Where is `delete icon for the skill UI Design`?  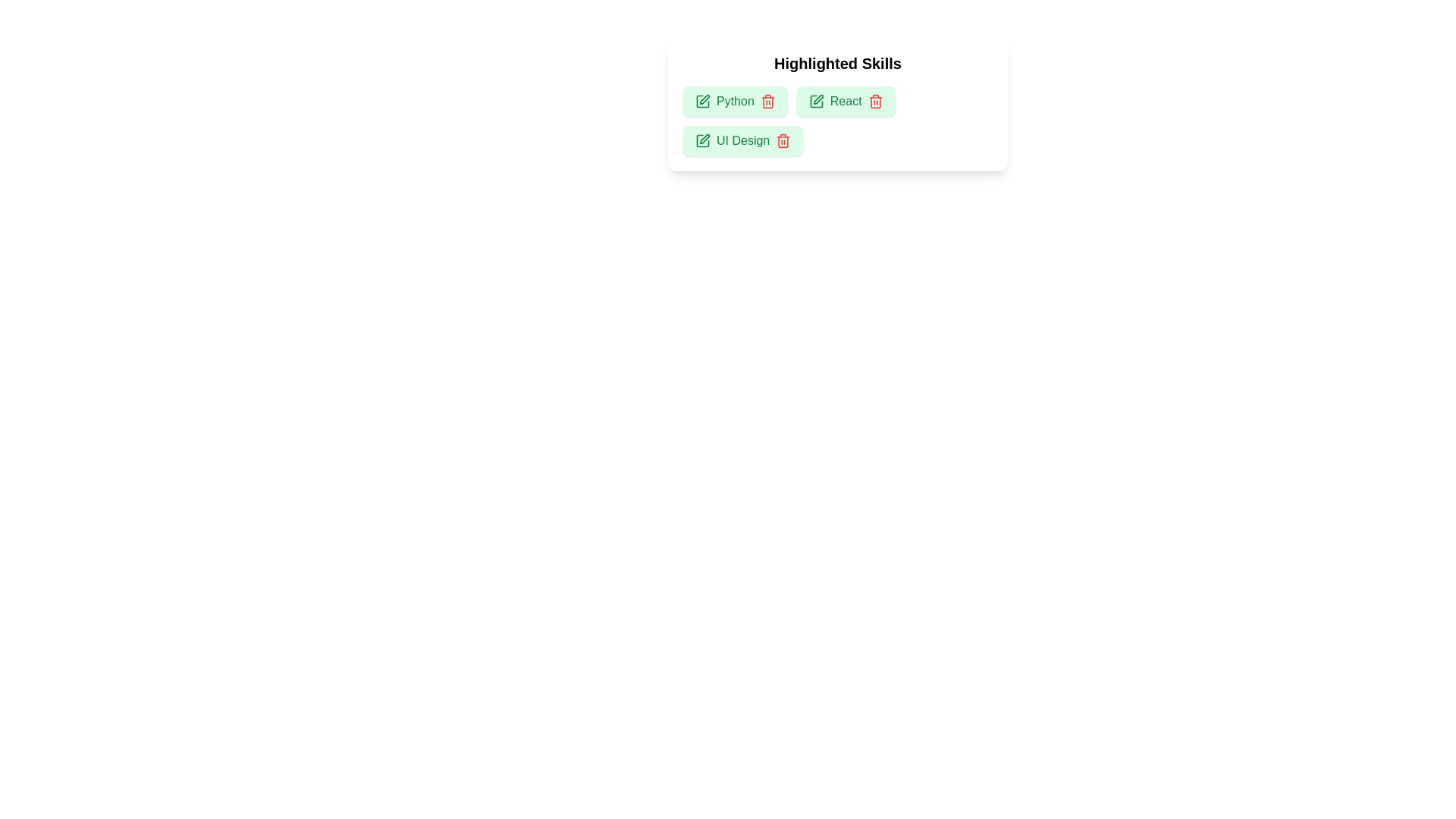 delete icon for the skill UI Design is located at coordinates (783, 140).